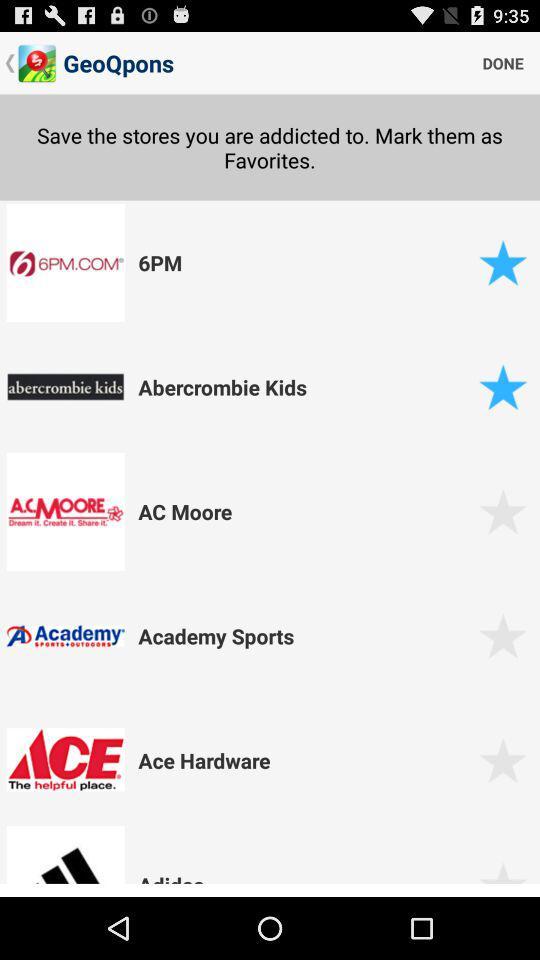 The height and width of the screenshot is (960, 540). What do you see at coordinates (305, 385) in the screenshot?
I see `abercrombie kids` at bounding box center [305, 385].